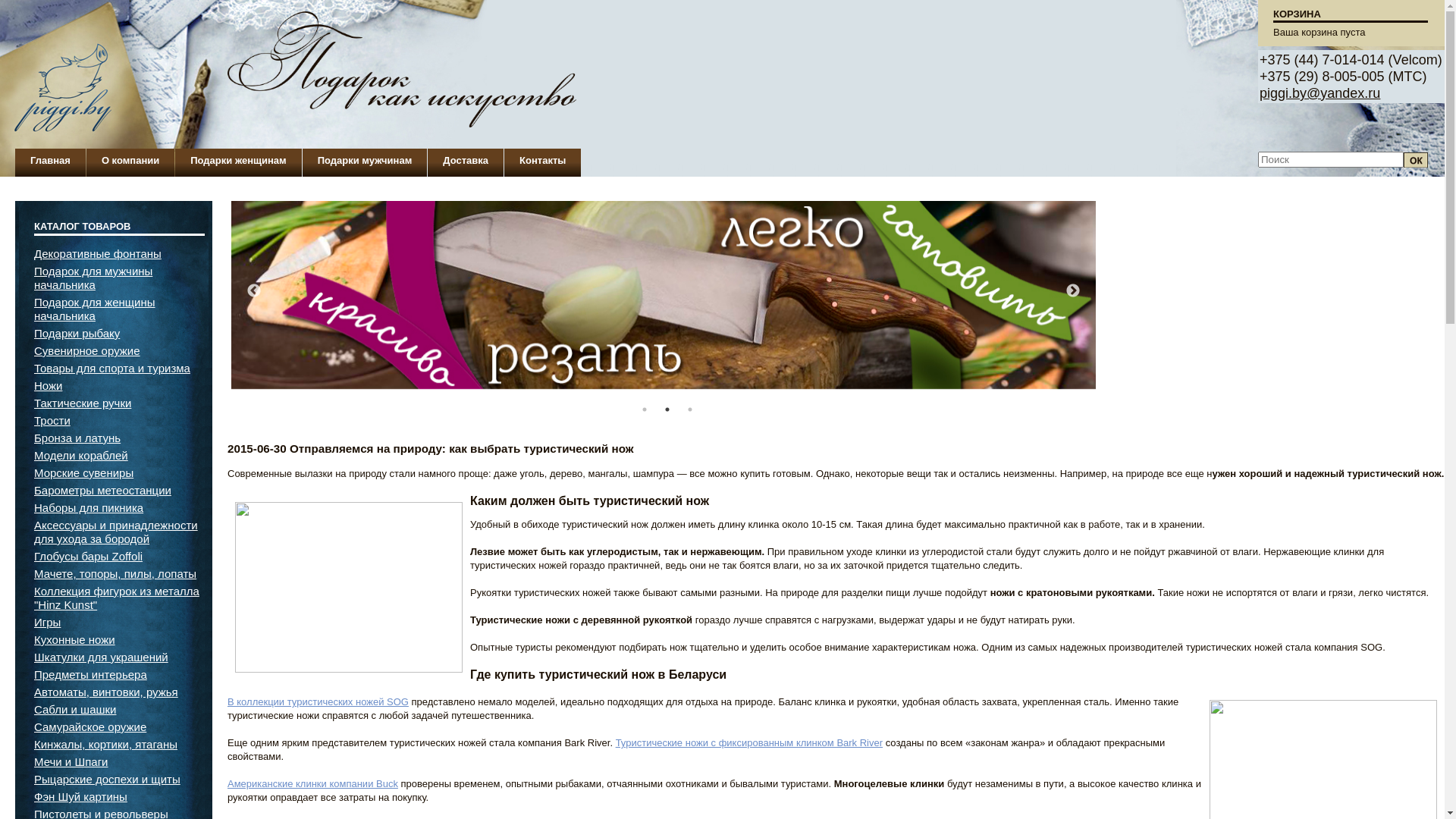 This screenshot has width=1456, height=819. Describe the element at coordinates (1072, 291) in the screenshot. I see `'Next'` at that location.